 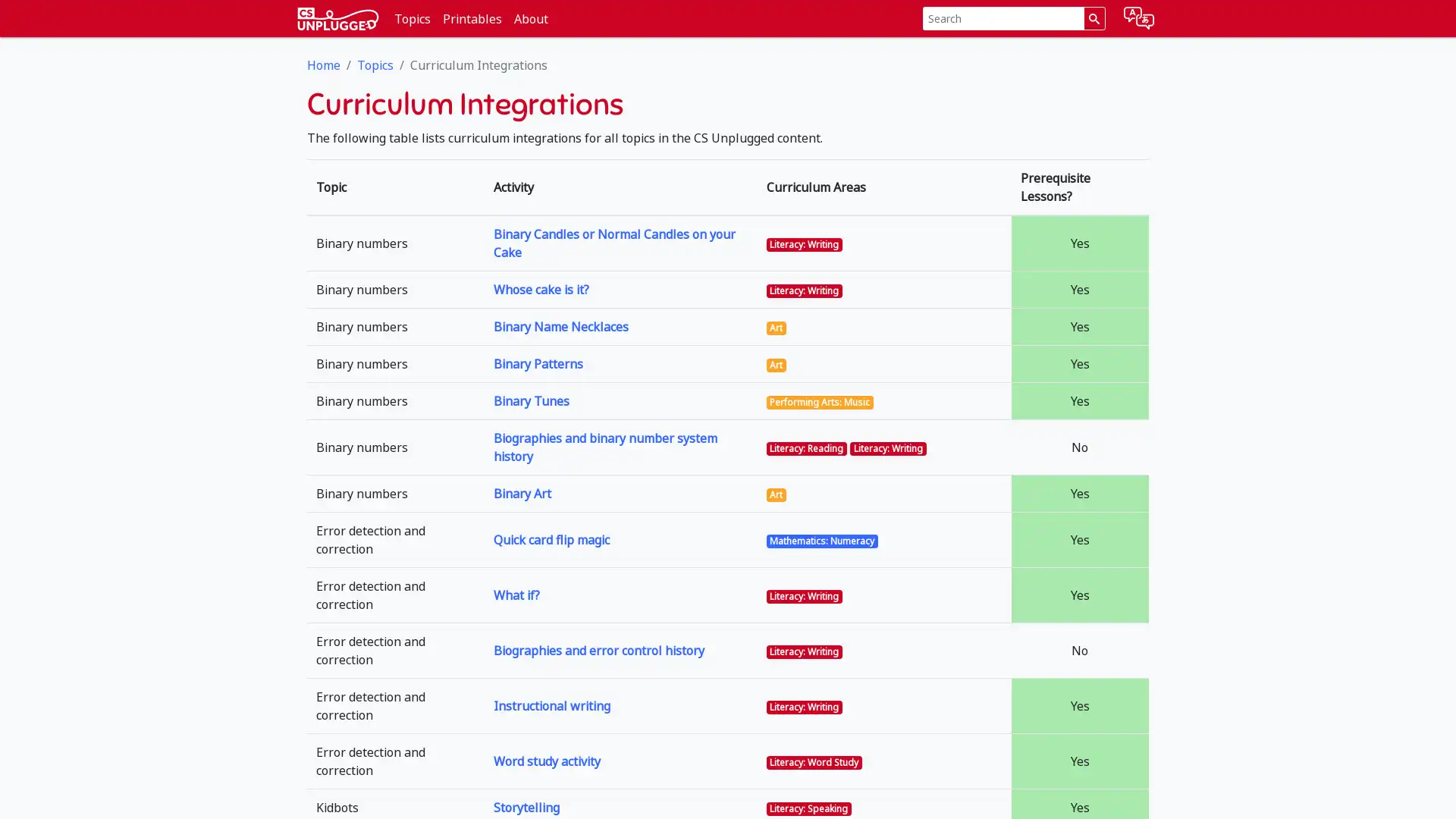 I want to click on Search, so click(x=1094, y=18).